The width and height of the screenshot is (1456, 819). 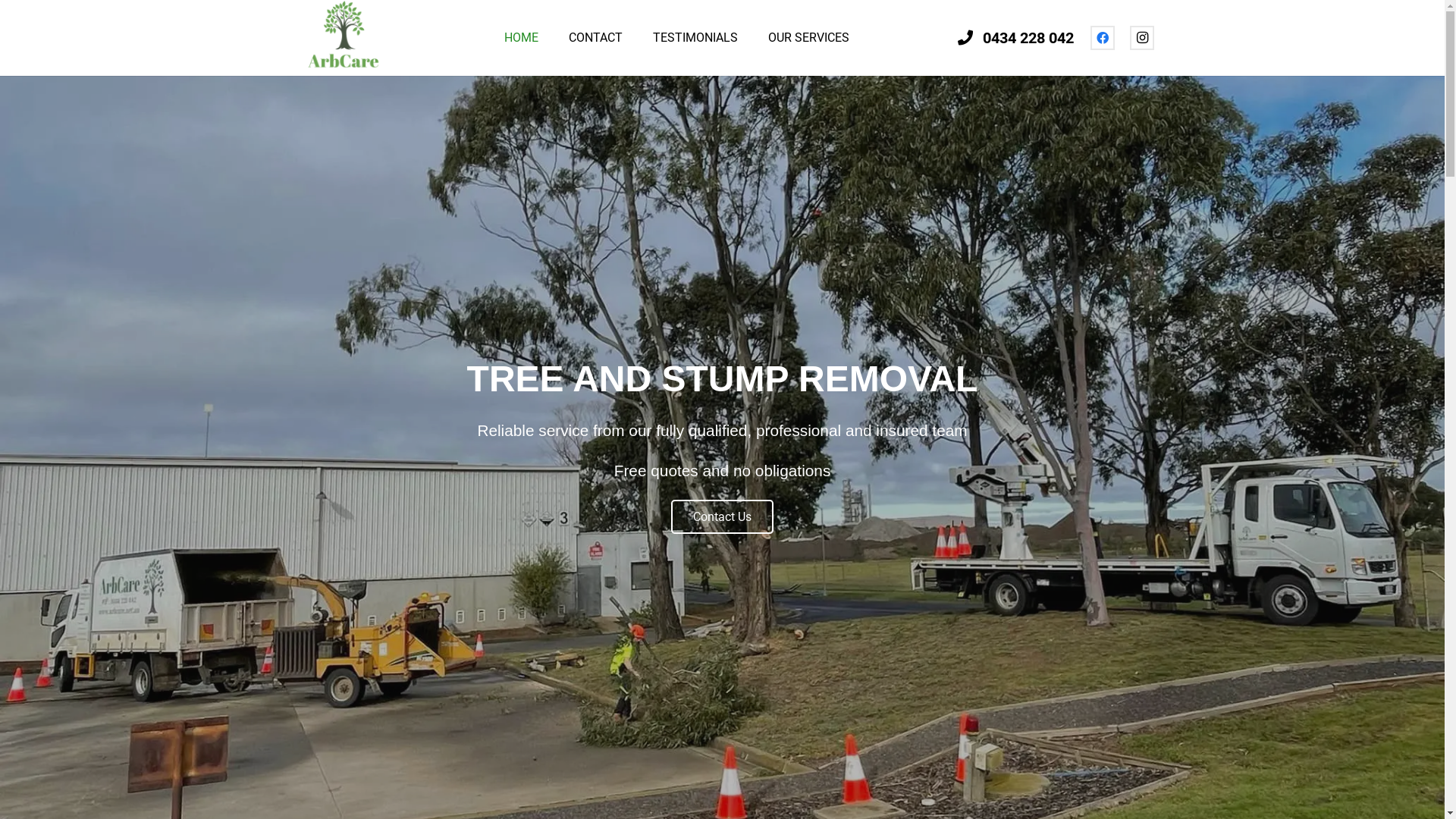 I want to click on 'OUR SERVICES', so click(x=808, y=37).